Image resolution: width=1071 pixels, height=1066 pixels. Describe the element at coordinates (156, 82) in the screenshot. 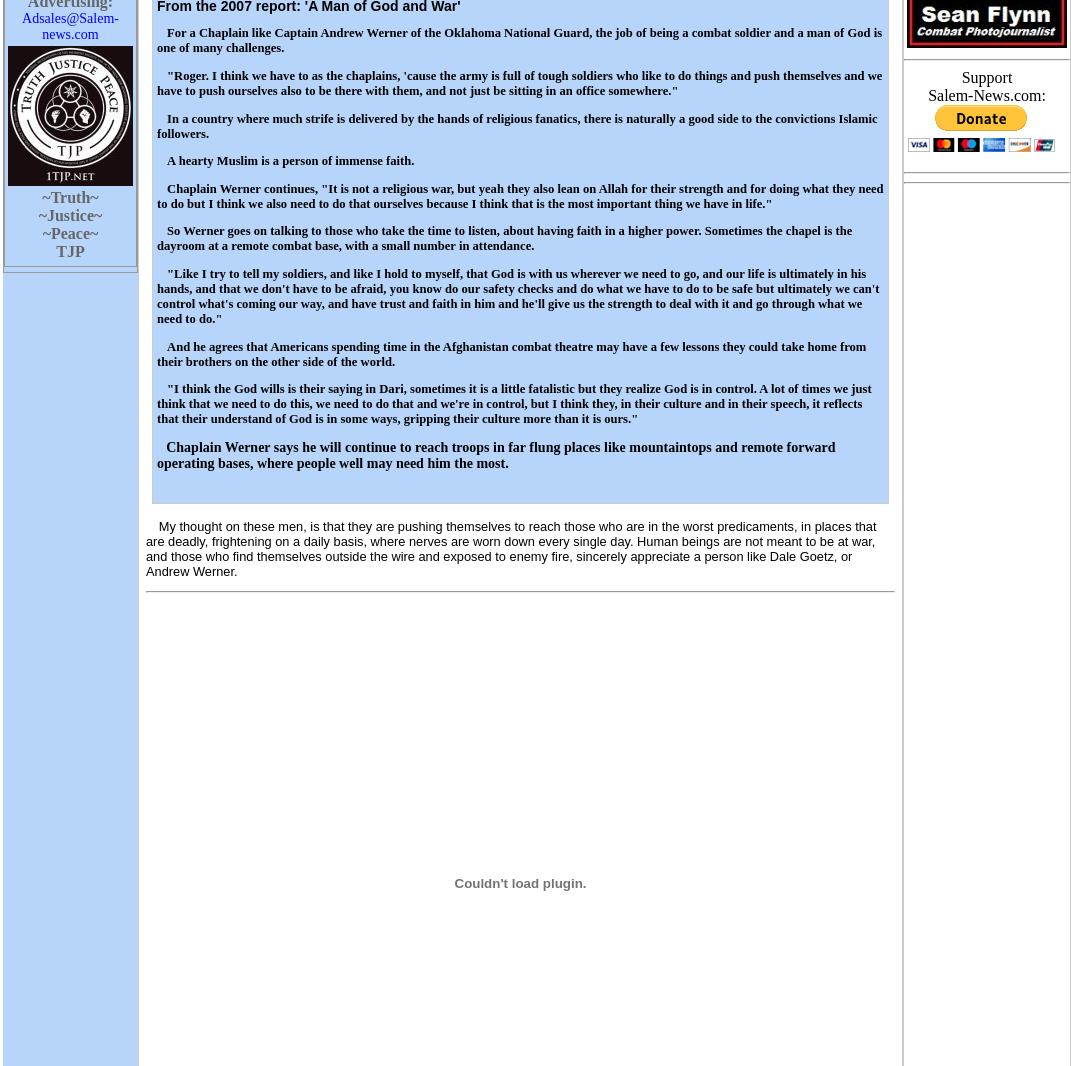

I see `'"Roger. I think we have to as the chaplains, 'cause the army is full of tough soldiers who like to do things and push themselves and we have to push ourselves also to be there with them, and not just be sitting in an office somewhere."'` at that location.